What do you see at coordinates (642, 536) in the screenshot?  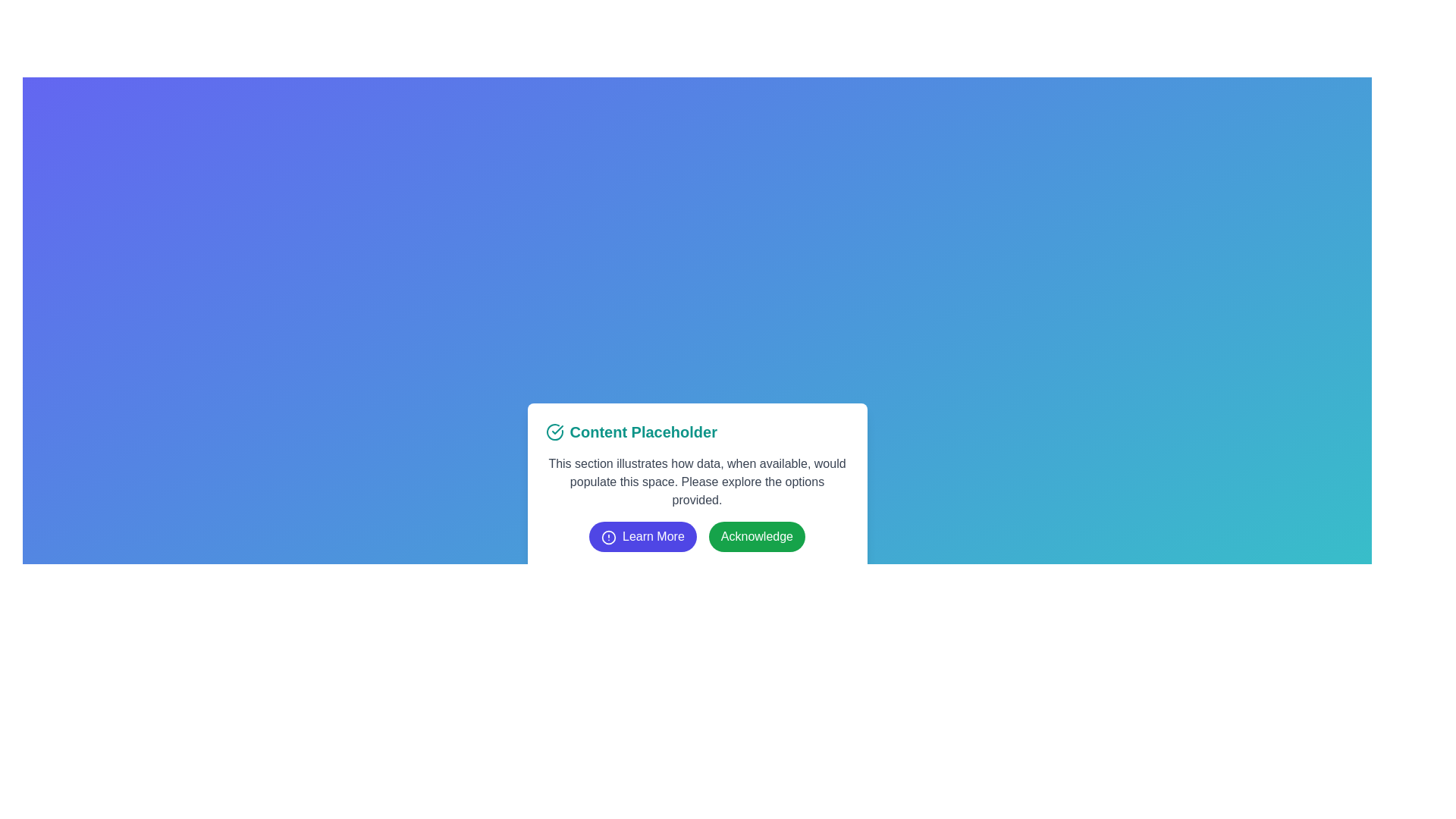 I see `the 'Learn More' button, which is a prominent indigo button with white text and an exclamation mark icon` at bounding box center [642, 536].